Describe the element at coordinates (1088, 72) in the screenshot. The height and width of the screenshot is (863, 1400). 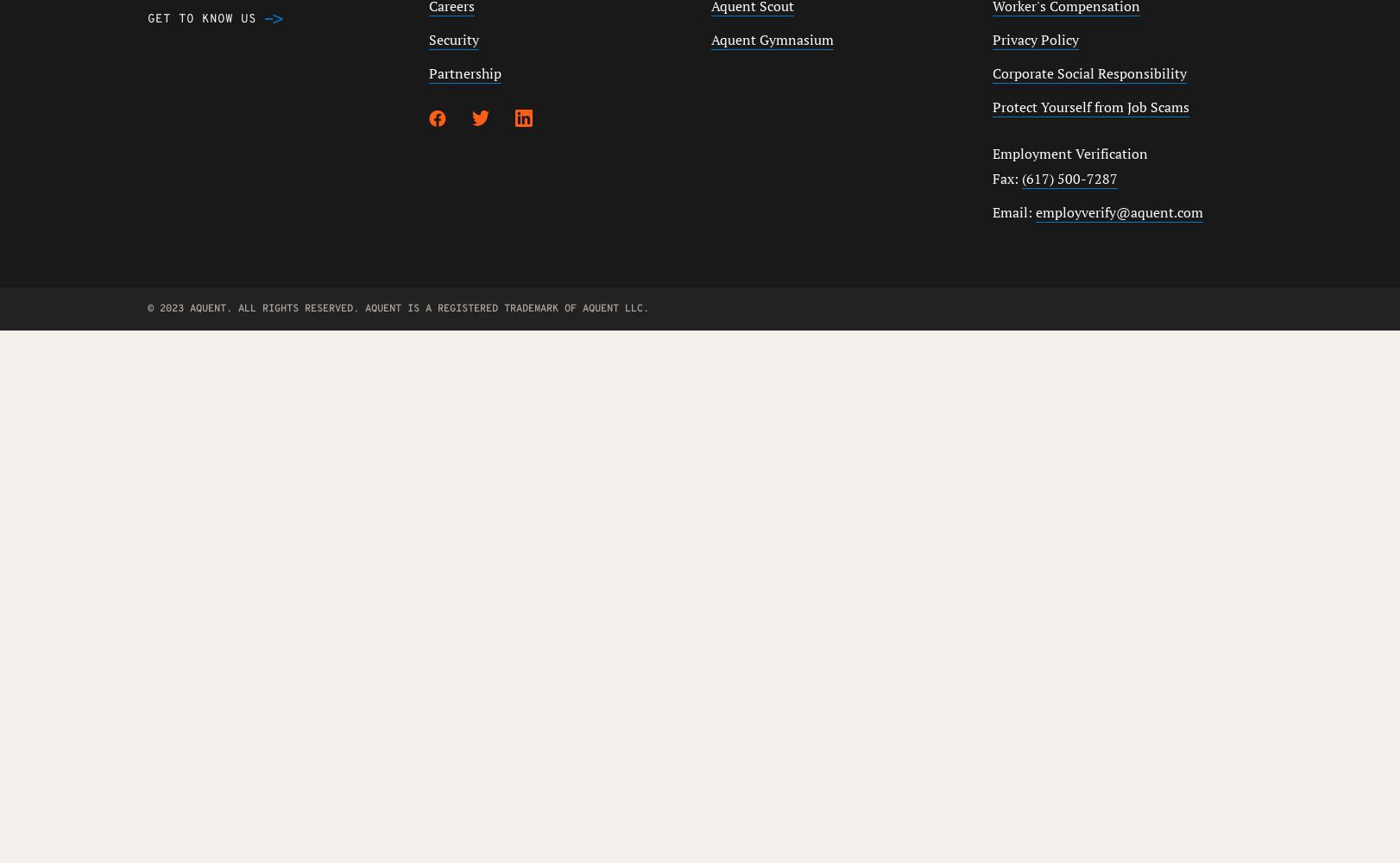
I see `'Corporate Social Responsibility'` at that location.